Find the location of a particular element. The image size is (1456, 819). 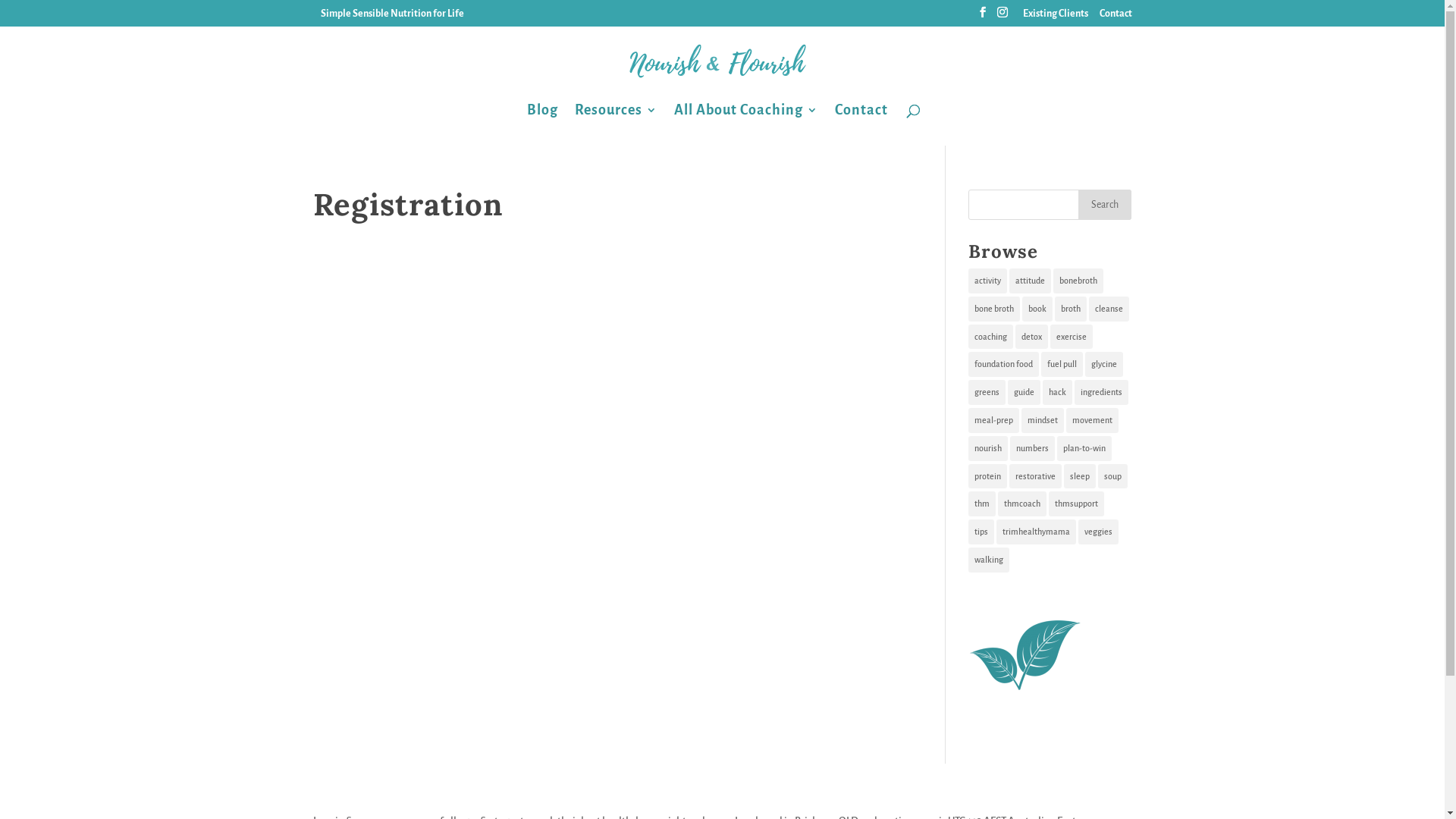

'soup' is located at coordinates (1098, 475).